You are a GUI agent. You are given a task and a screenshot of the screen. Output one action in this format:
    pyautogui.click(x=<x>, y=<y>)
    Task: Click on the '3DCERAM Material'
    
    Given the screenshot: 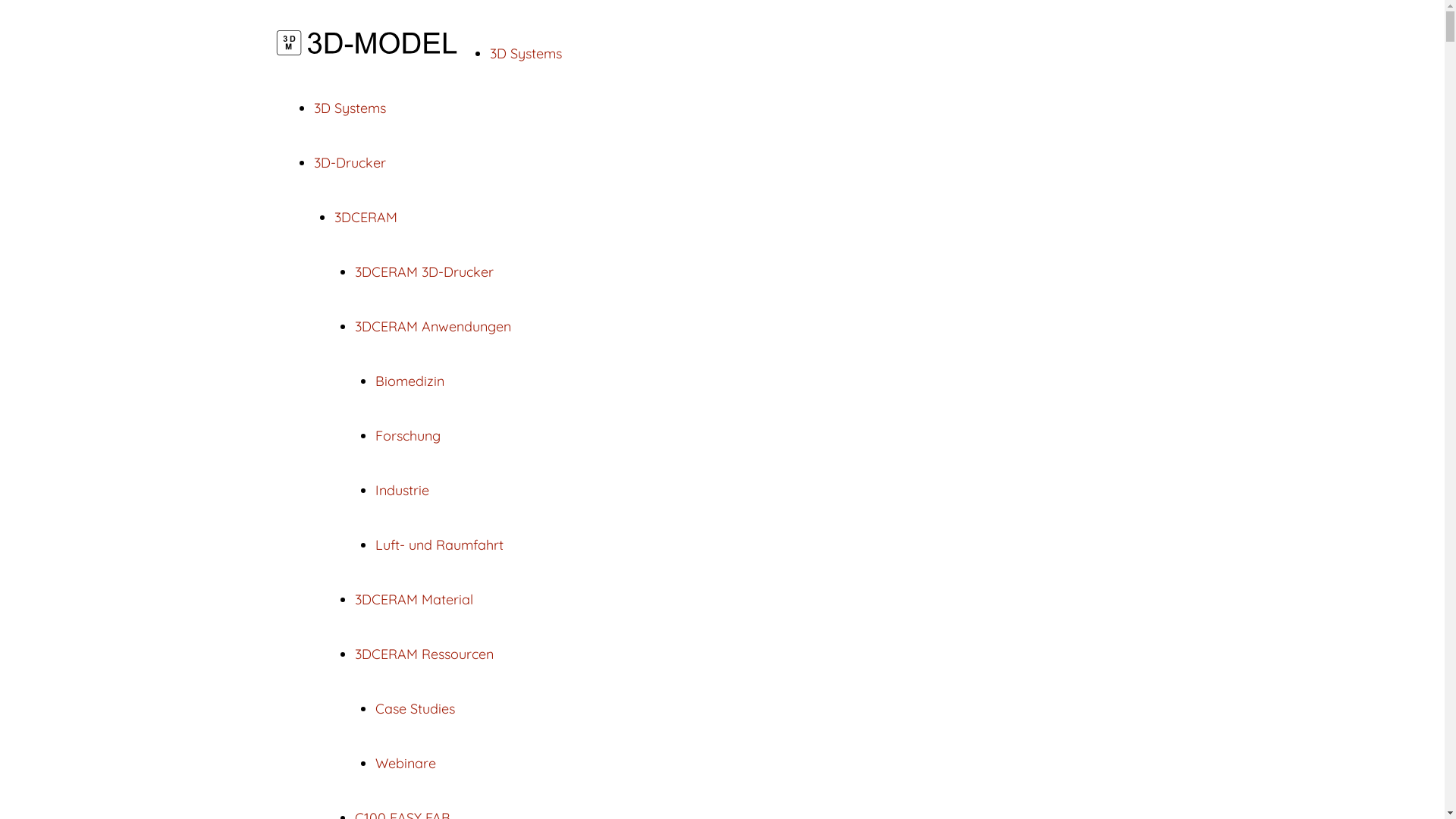 What is the action you would take?
    pyautogui.click(x=353, y=598)
    